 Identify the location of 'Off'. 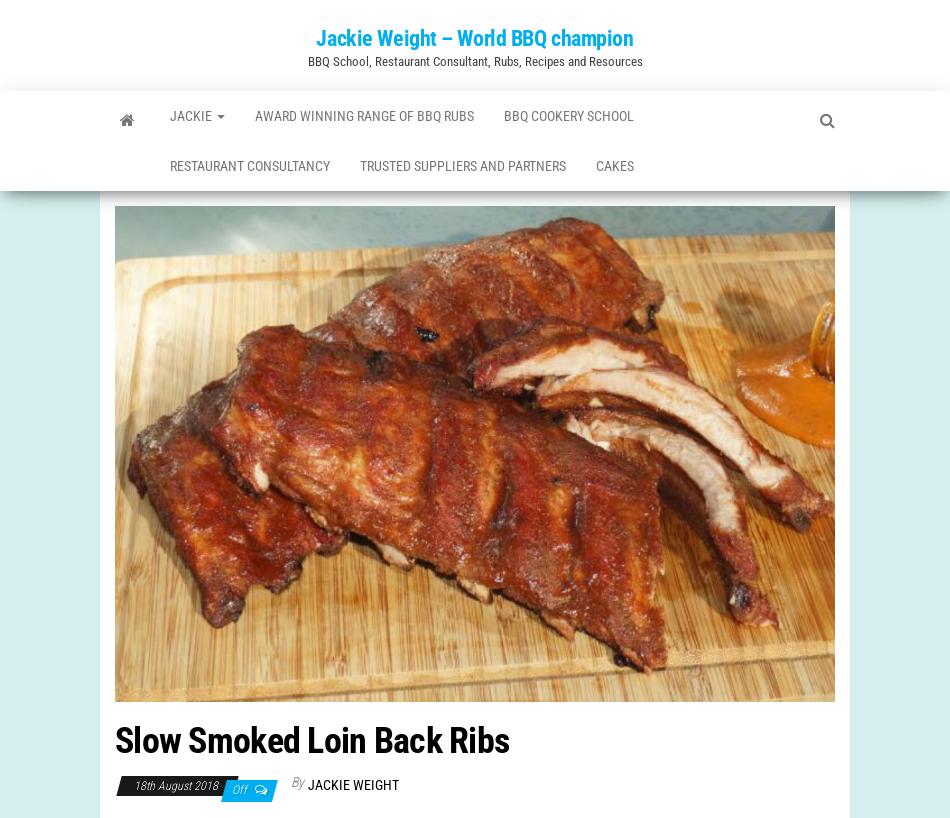
(240, 809).